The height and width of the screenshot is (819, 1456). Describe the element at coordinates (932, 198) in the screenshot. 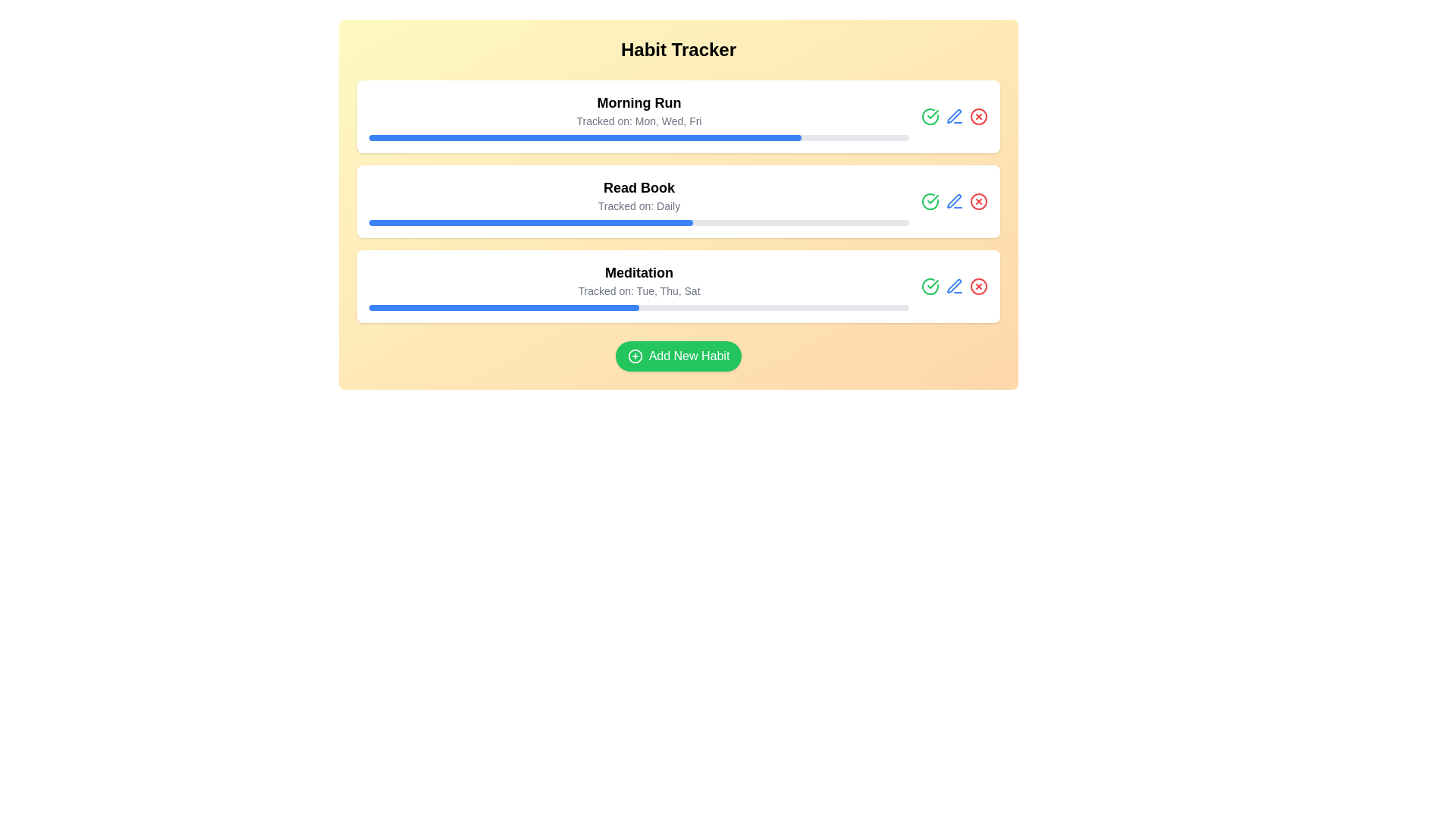

I see `the green checkmark icon located on the far-right side of the second row labeled 'Read Book'` at that location.